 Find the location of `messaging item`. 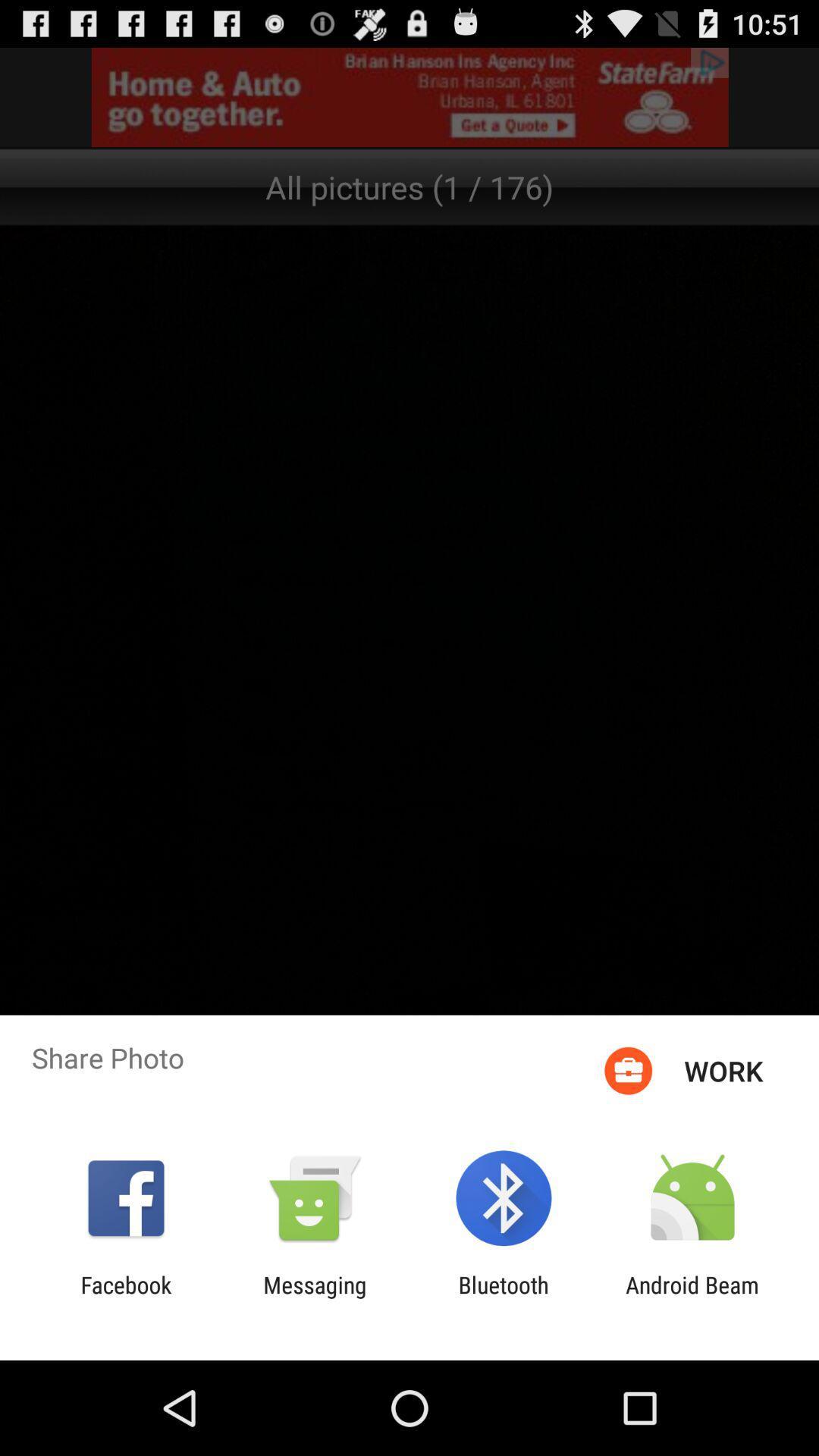

messaging item is located at coordinates (314, 1298).